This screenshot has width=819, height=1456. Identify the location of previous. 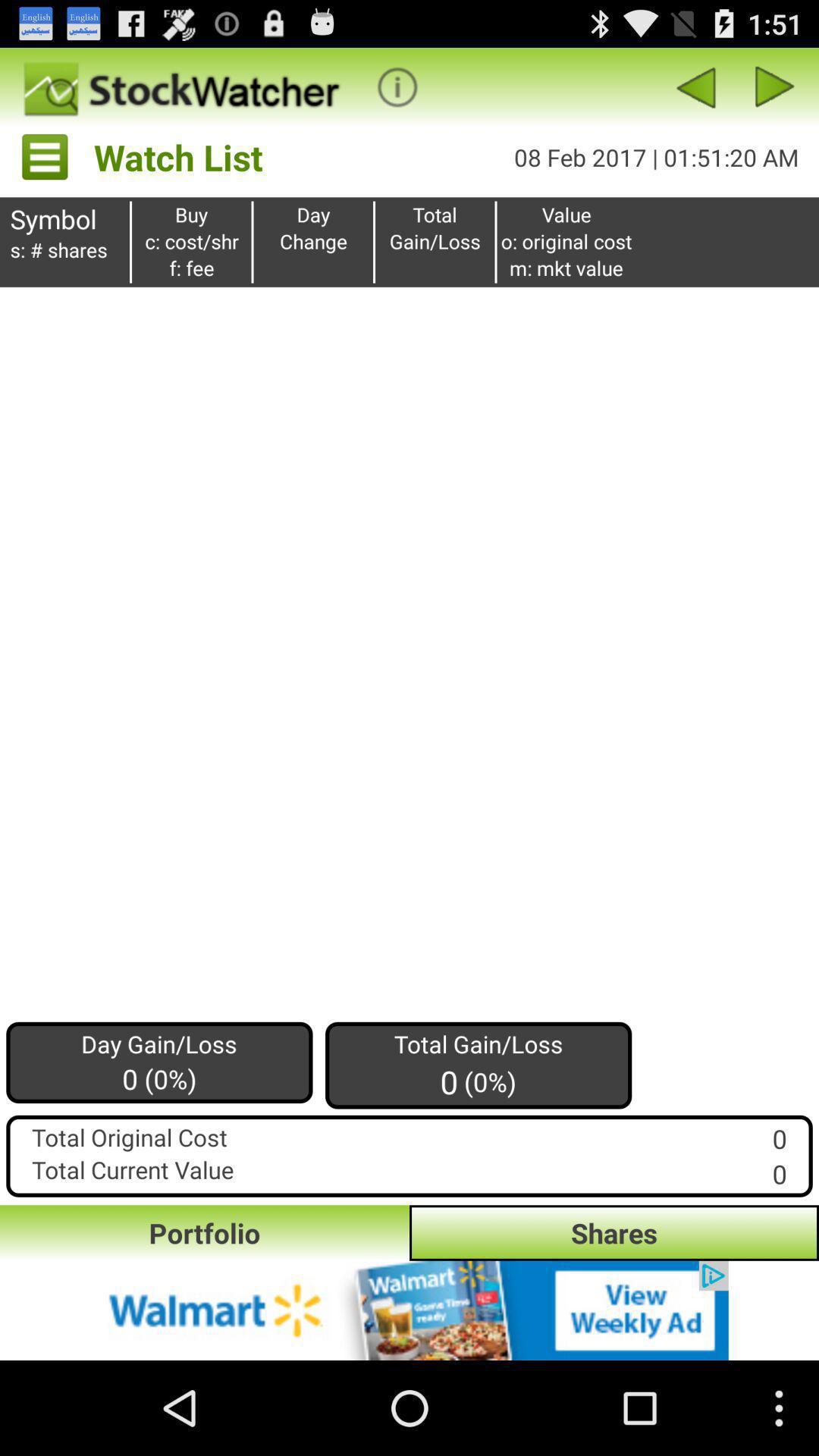
(695, 86).